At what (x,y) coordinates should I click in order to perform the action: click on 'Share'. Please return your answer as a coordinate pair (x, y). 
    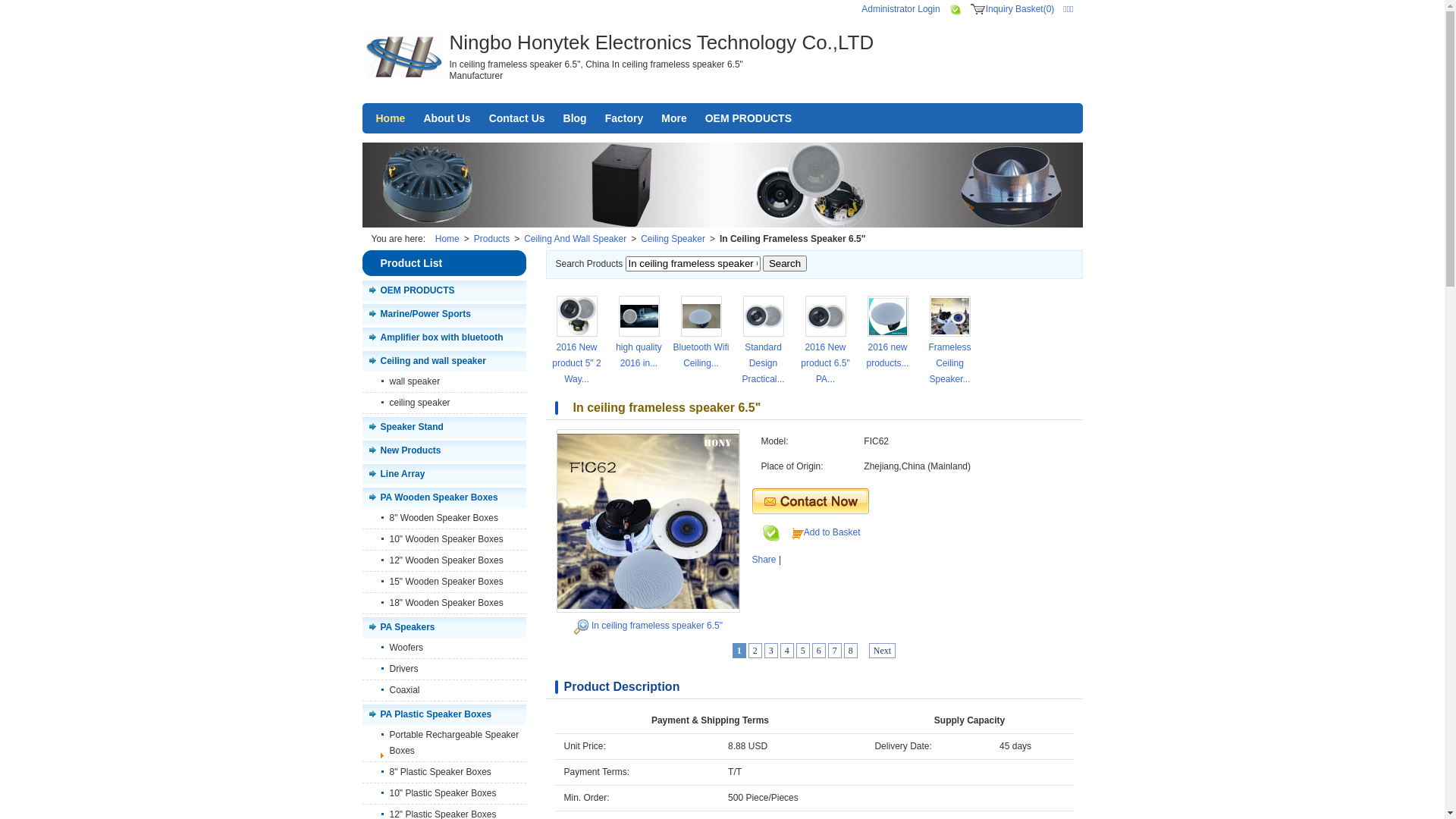
    Looking at the image, I should click on (764, 559).